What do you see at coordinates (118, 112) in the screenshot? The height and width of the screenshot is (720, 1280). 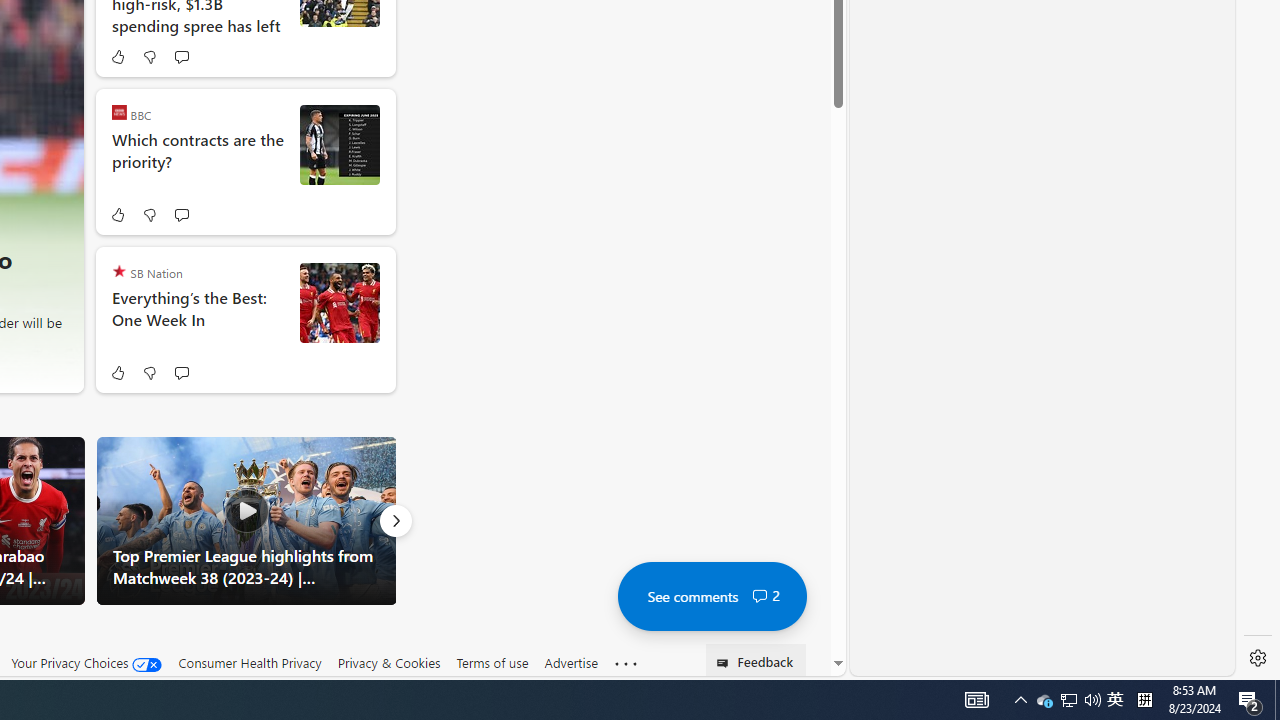 I see `'BBC'` at bounding box center [118, 112].